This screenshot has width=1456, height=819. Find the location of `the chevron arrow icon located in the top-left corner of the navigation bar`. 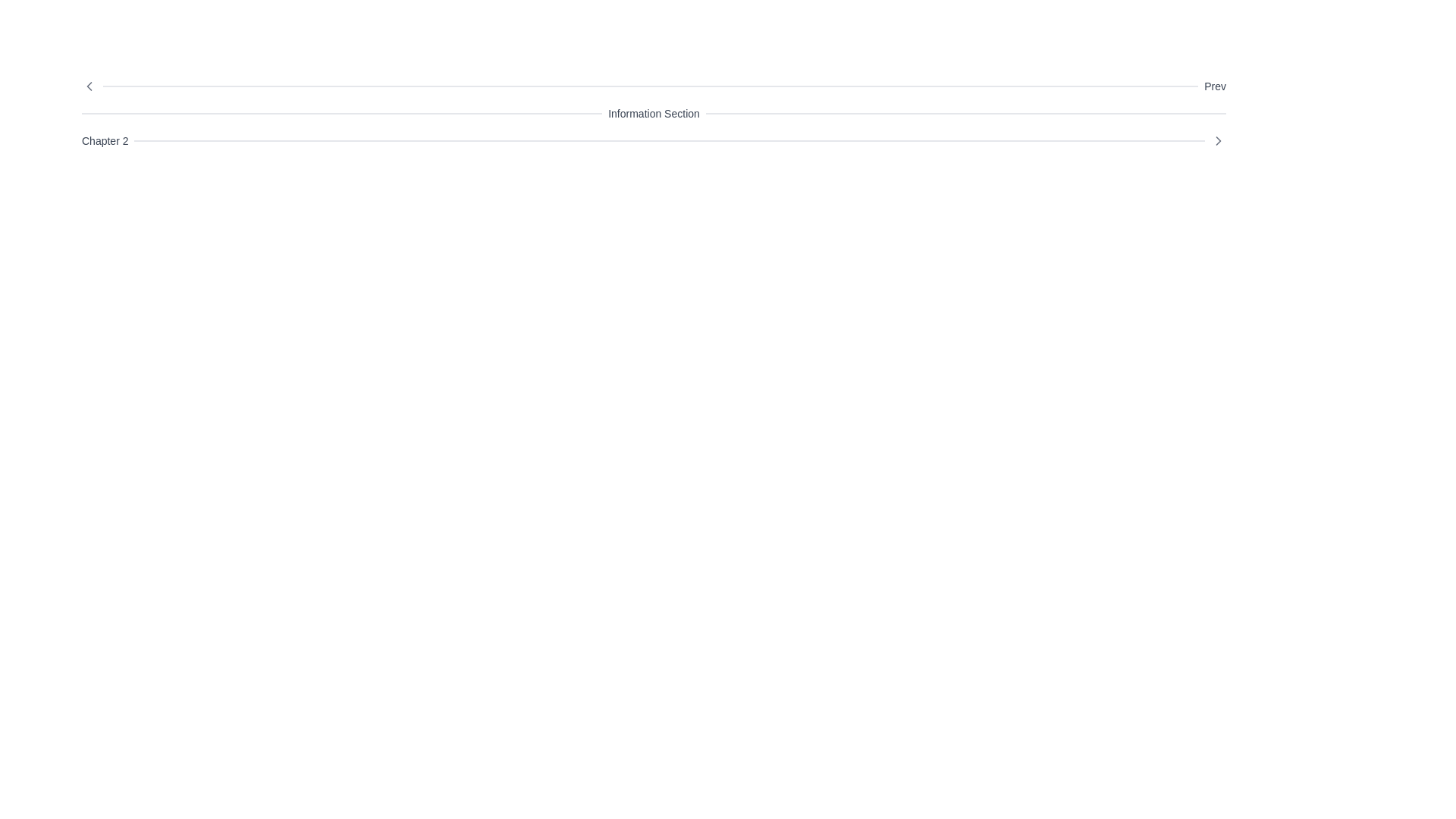

the chevron arrow icon located in the top-left corner of the navigation bar is located at coordinates (89, 86).